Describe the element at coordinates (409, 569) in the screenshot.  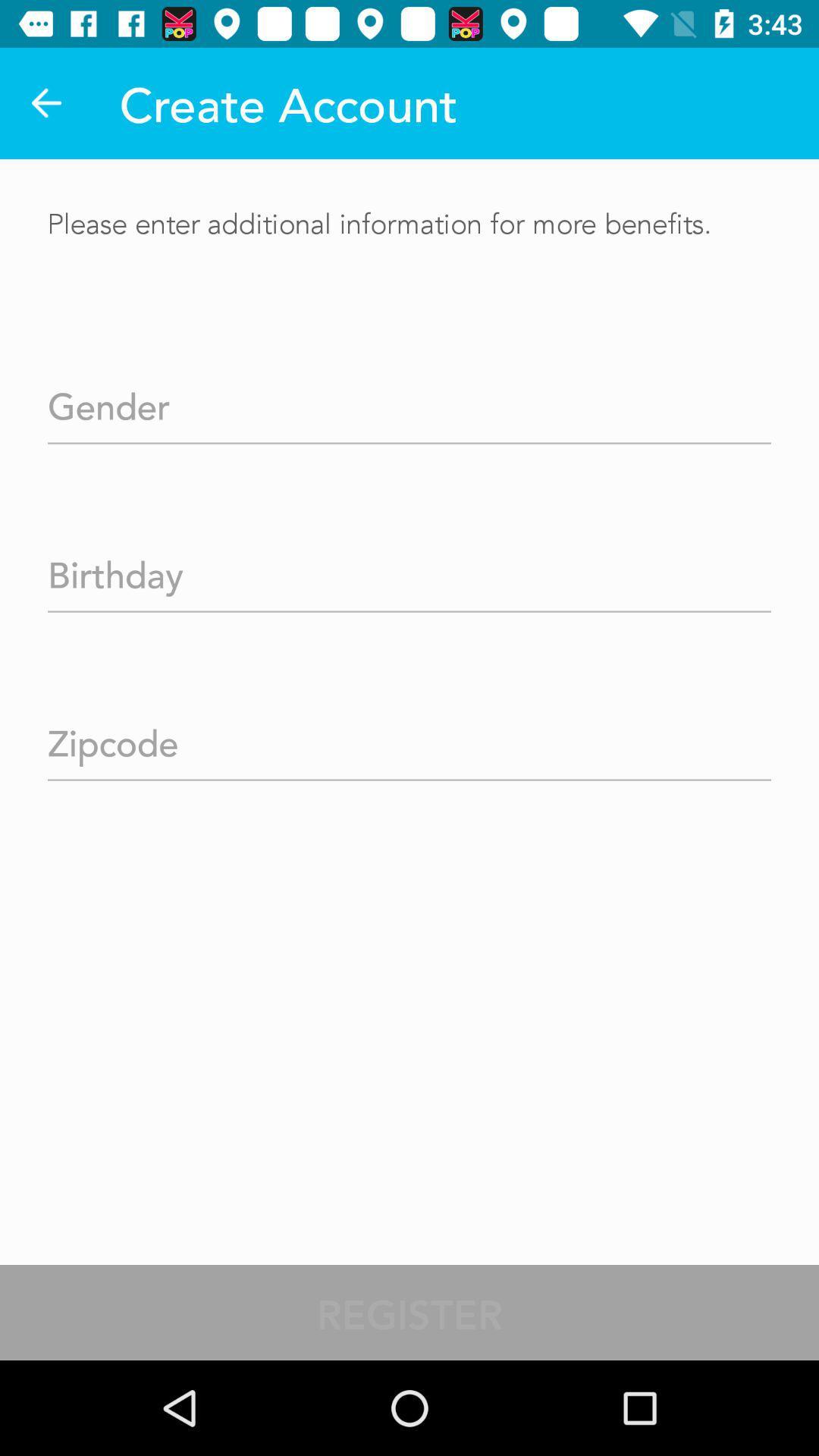
I see `sapce to enter date` at that location.